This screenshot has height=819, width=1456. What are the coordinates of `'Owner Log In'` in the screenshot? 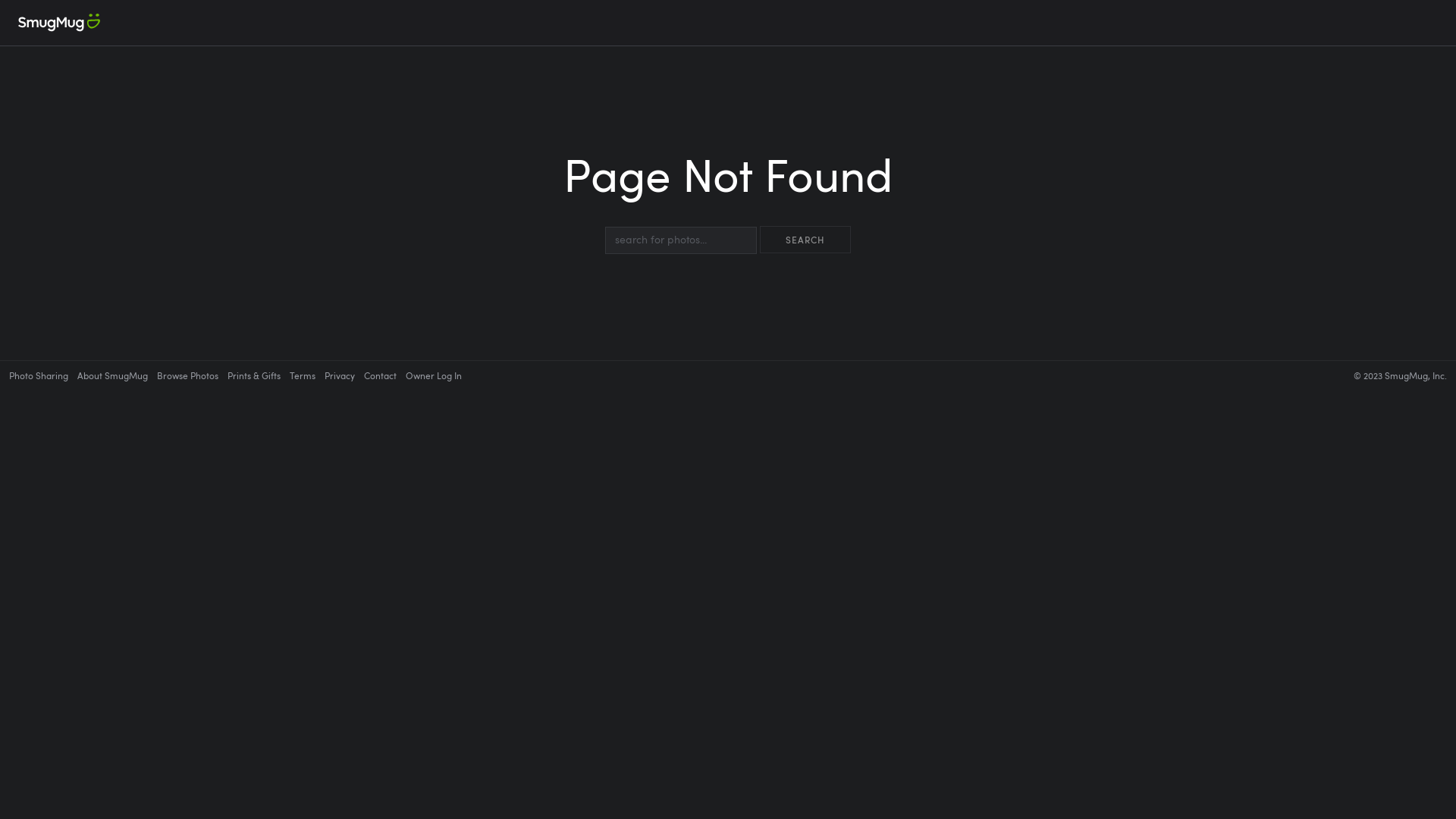 It's located at (432, 375).